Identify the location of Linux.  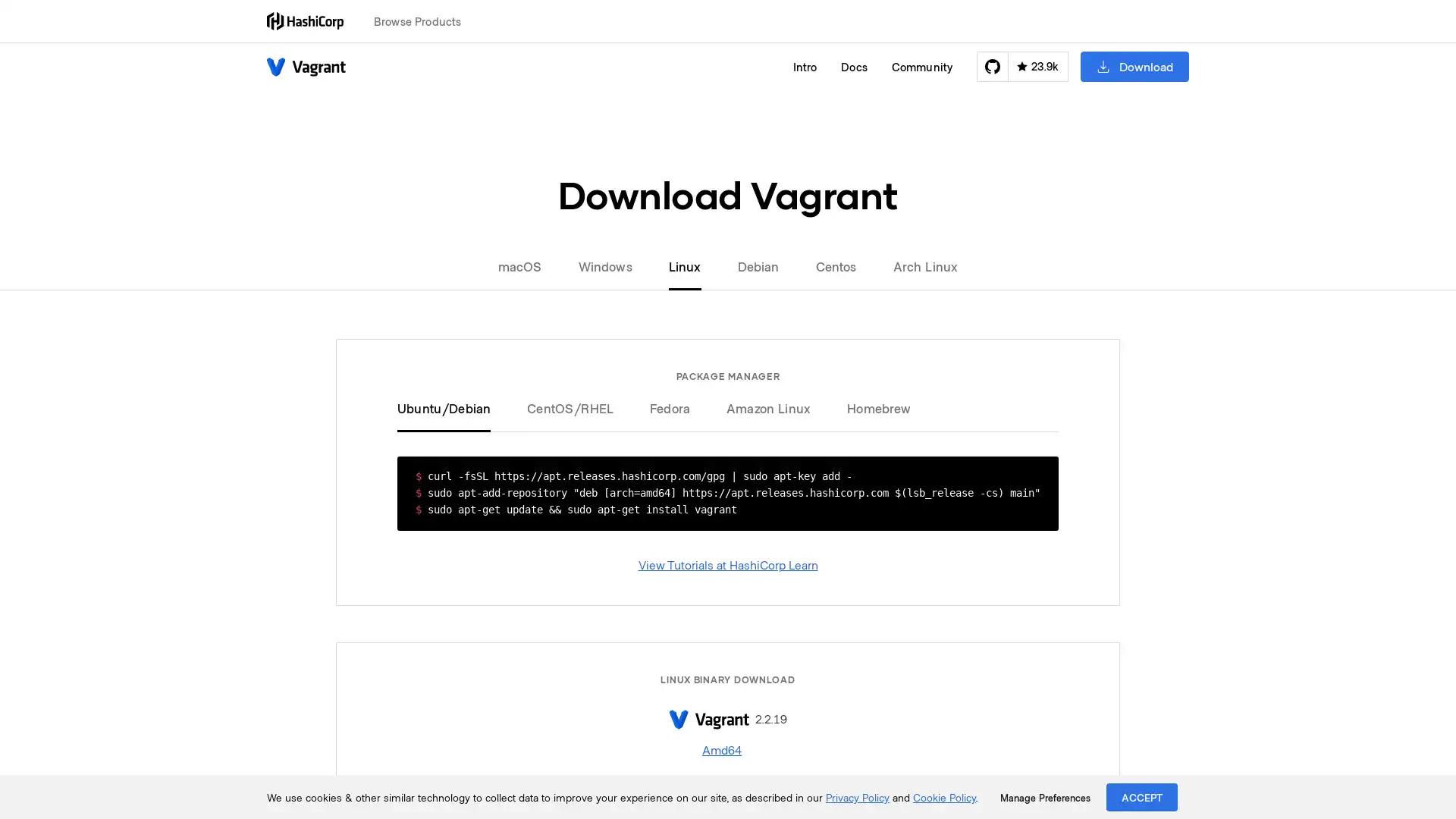
(683, 265).